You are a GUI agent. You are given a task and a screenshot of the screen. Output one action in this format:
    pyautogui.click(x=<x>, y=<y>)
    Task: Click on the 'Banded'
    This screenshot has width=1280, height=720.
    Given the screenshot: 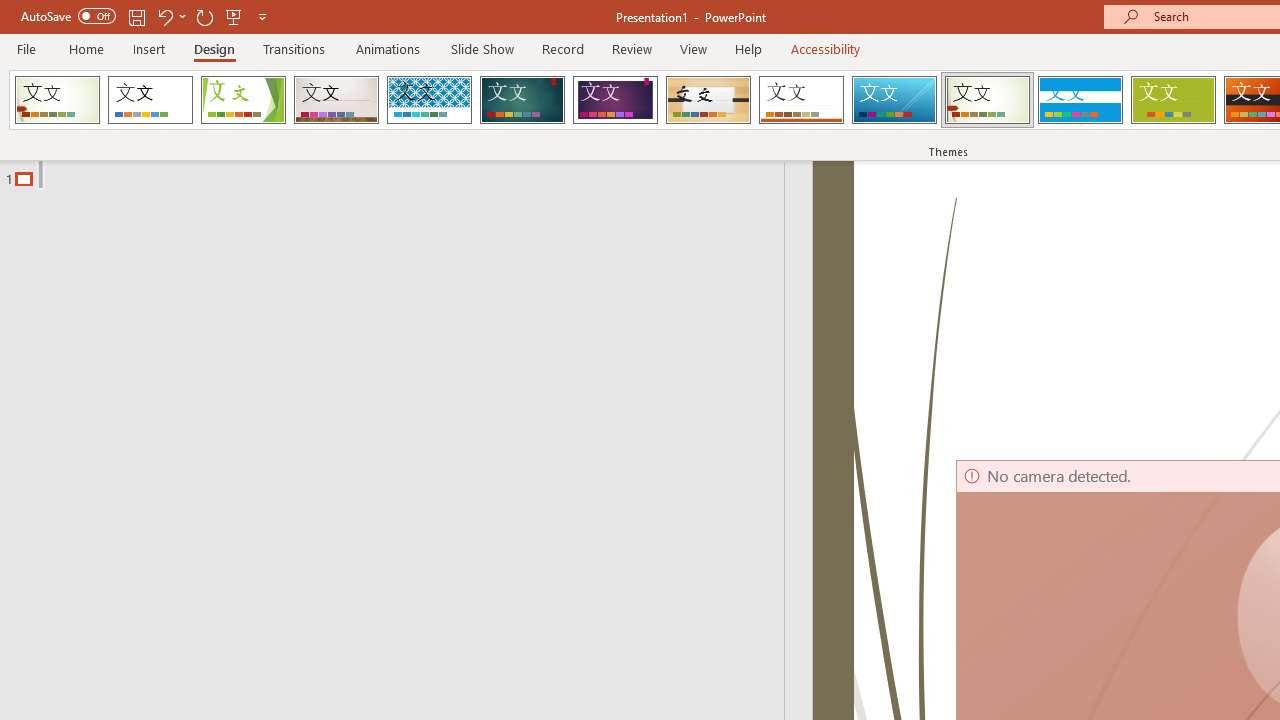 What is the action you would take?
    pyautogui.click(x=1079, y=100)
    